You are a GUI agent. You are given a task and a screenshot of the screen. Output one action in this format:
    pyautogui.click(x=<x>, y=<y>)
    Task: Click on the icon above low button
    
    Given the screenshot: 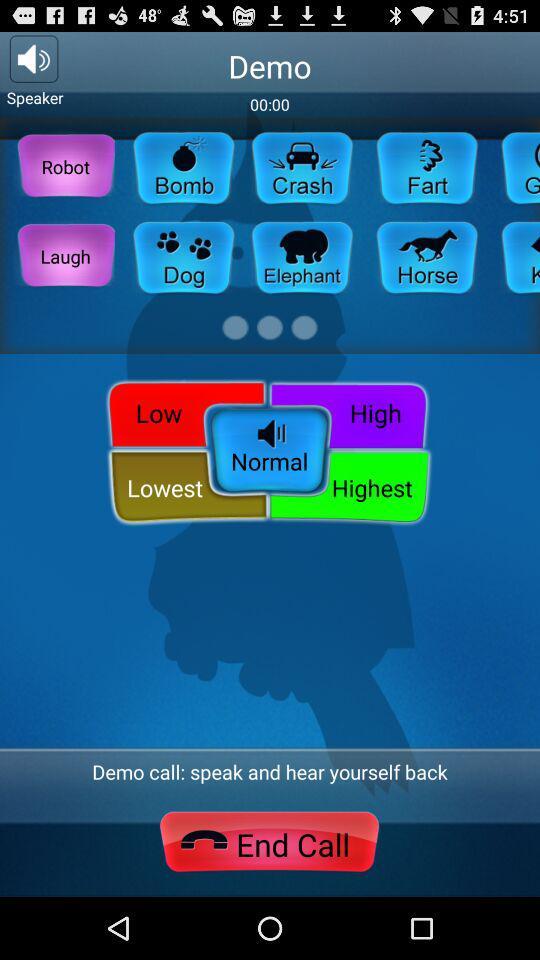 What is the action you would take?
    pyautogui.click(x=65, y=255)
    